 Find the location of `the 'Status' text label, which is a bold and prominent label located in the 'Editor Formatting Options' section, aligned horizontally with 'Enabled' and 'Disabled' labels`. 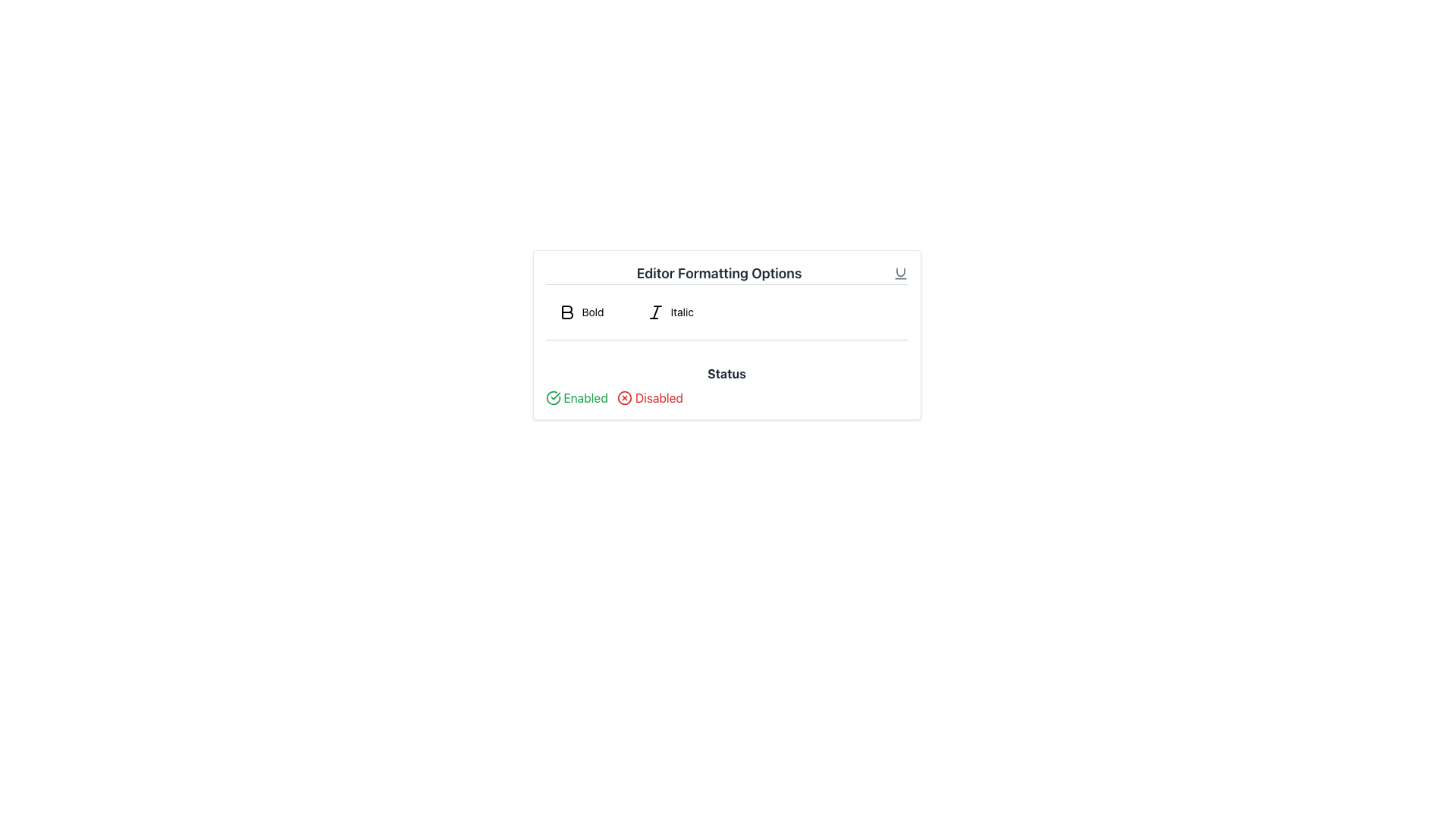

the 'Status' text label, which is a bold and prominent label located in the 'Editor Formatting Options' section, aligned horizontally with 'Enabled' and 'Disabled' labels is located at coordinates (726, 374).